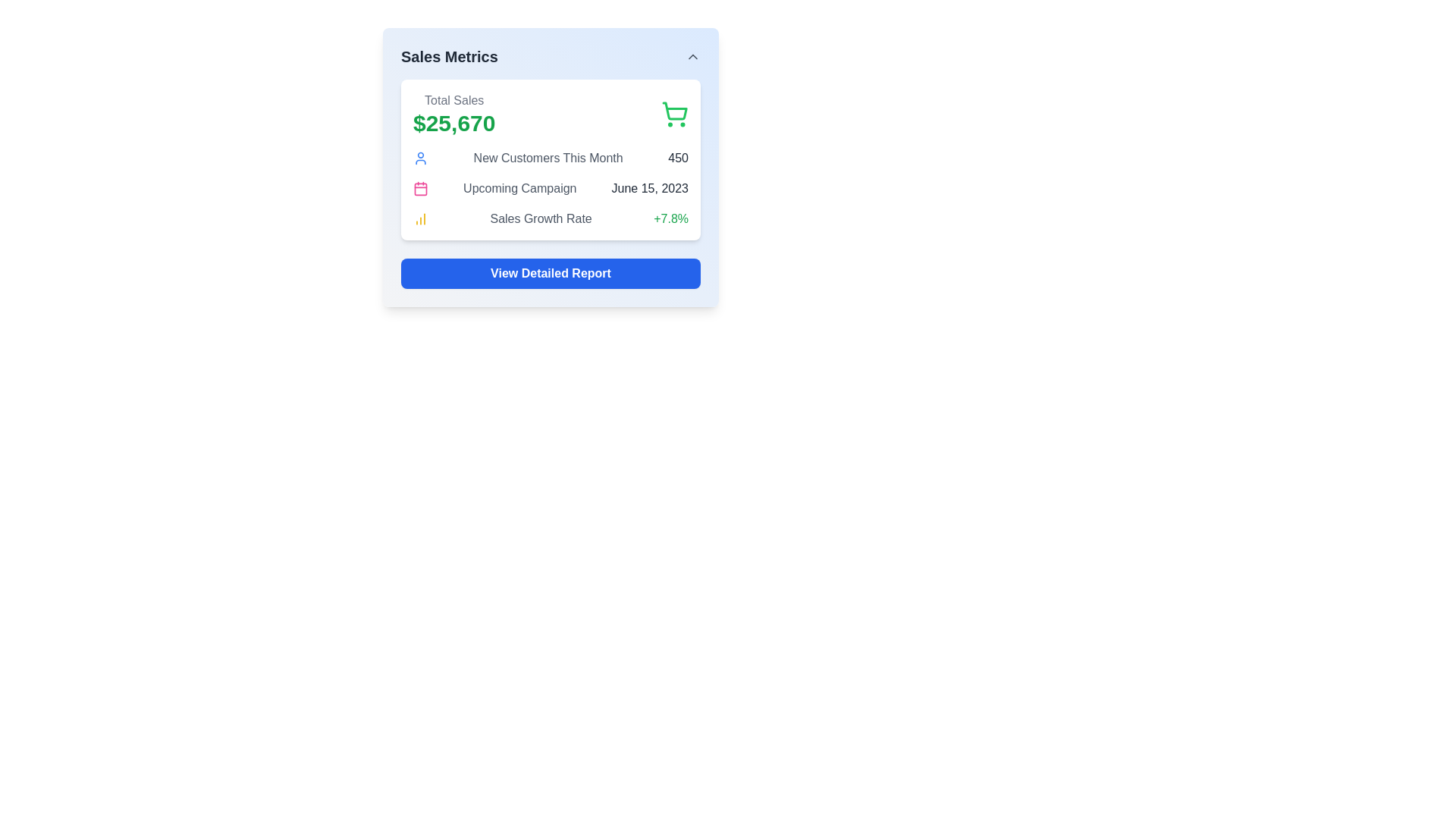 This screenshot has height=819, width=1456. I want to click on static text label displaying the value '+7.8%' in green color, which is located to the right of the 'Sales Growth Rate' label, so click(670, 219).